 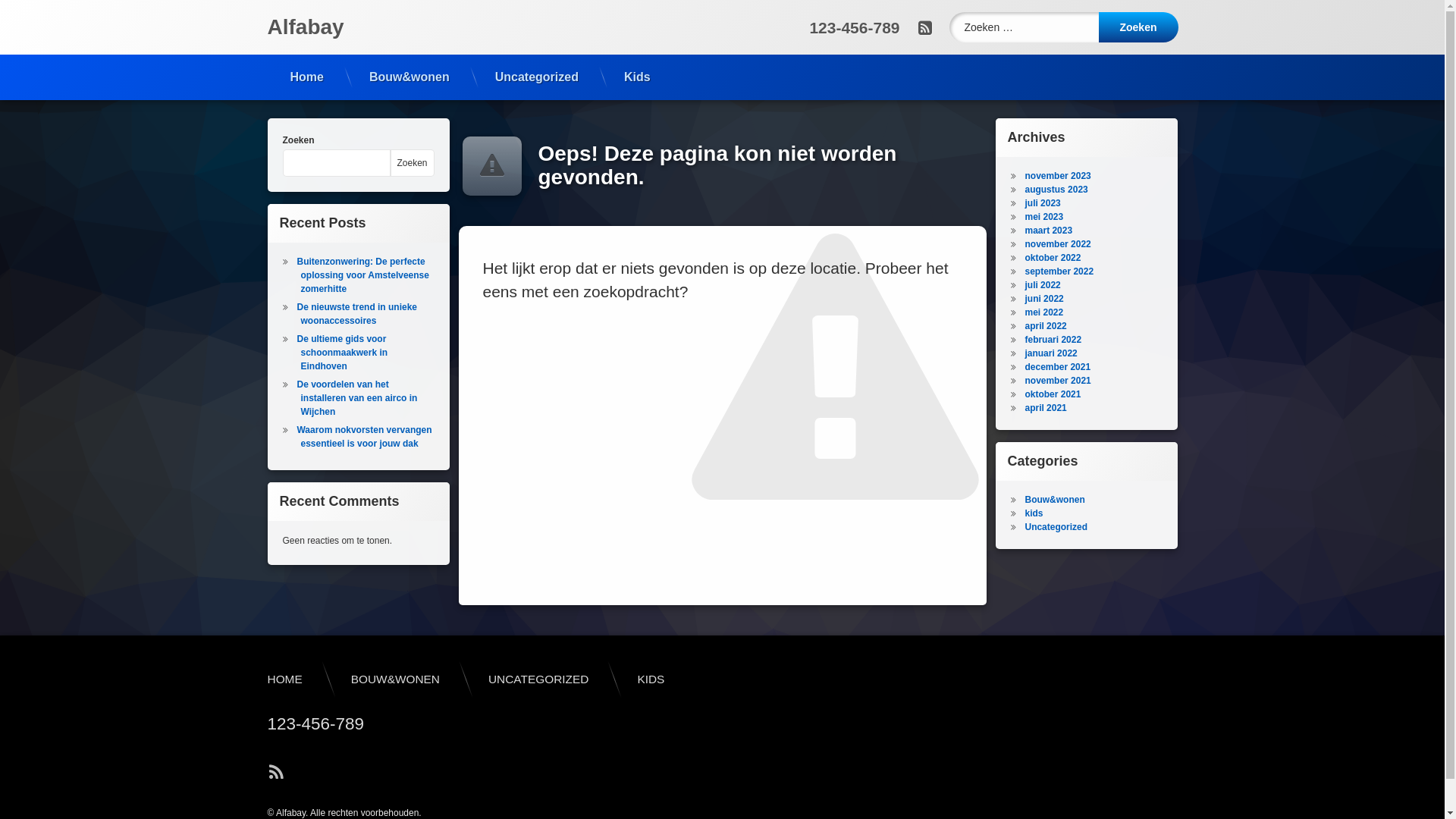 What do you see at coordinates (1024, 379) in the screenshot?
I see `'november 2021'` at bounding box center [1024, 379].